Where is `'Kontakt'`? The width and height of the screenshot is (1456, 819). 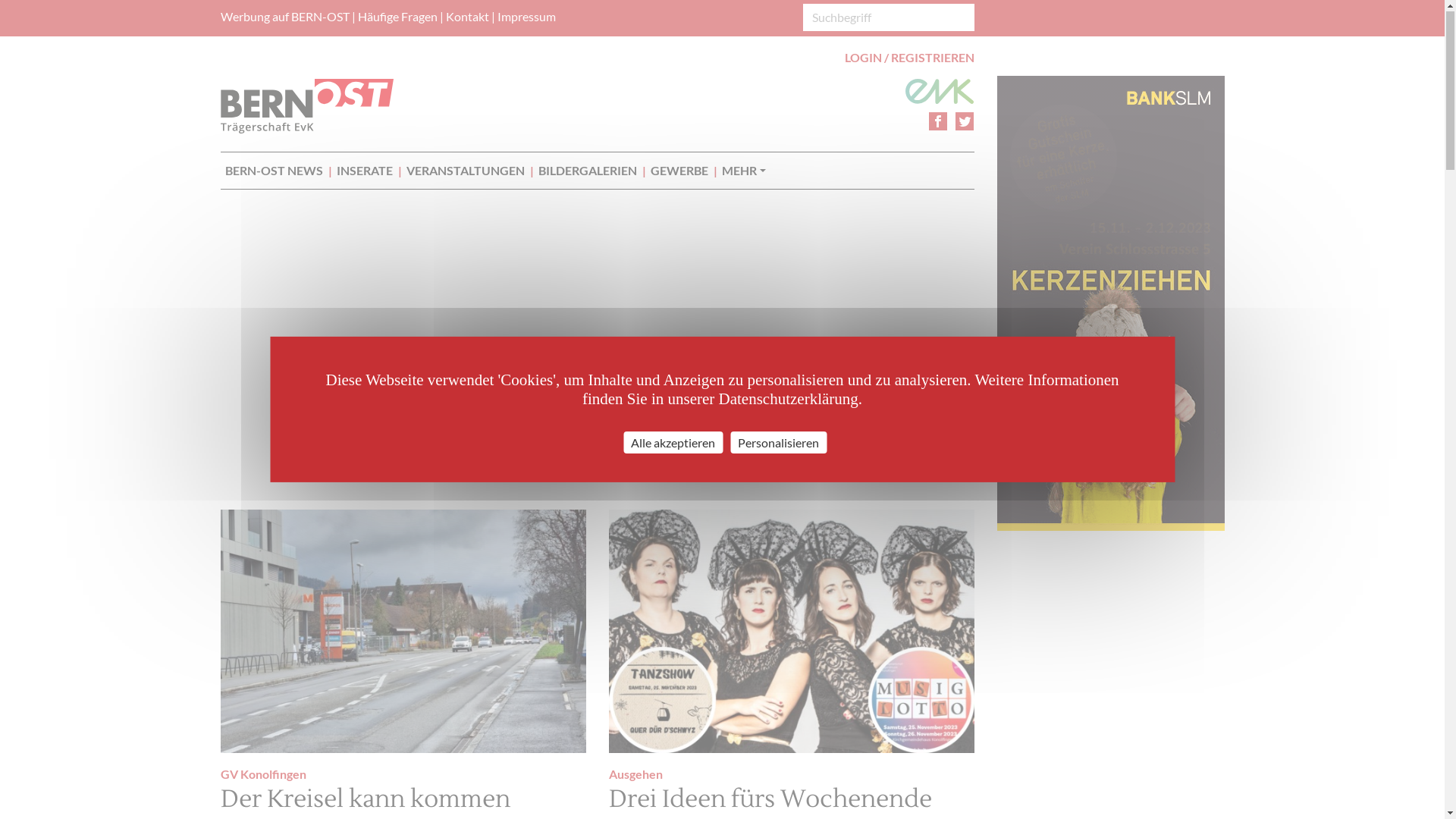
'Kontakt' is located at coordinates (445, 17).